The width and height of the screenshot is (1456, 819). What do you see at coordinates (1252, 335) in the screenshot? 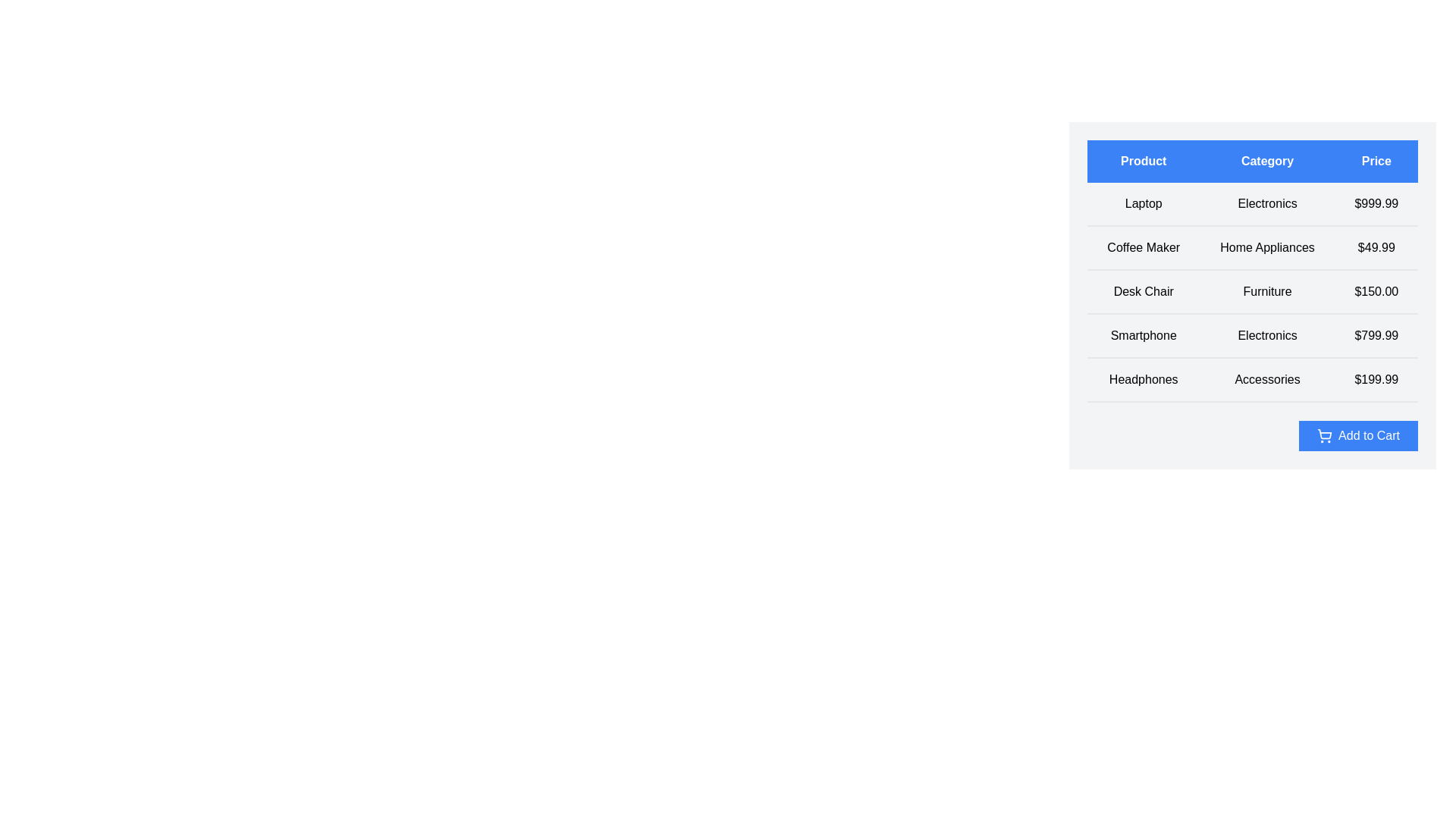
I see `the fourth row of the product listing table, located beneath the 'Desk Chair' row and above the 'Headphones' row` at bounding box center [1252, 335].